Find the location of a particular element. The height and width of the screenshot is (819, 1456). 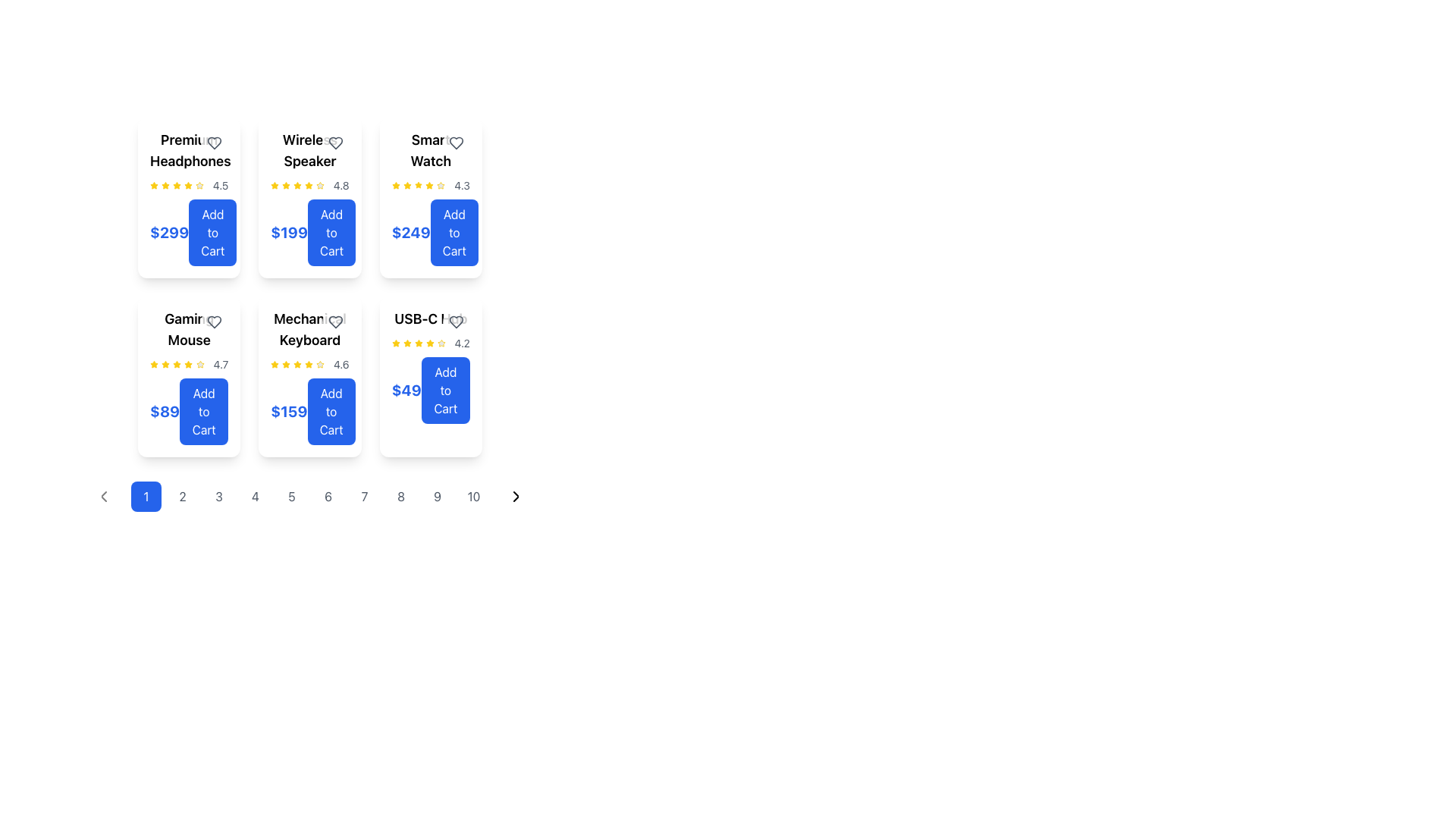

the label displaying the text '$159' in blue color, which is positioned within the 'Mechanical Keyboard' card, below the star rating and above the 'Add to Cart' button is located at coordinates (289, 412).